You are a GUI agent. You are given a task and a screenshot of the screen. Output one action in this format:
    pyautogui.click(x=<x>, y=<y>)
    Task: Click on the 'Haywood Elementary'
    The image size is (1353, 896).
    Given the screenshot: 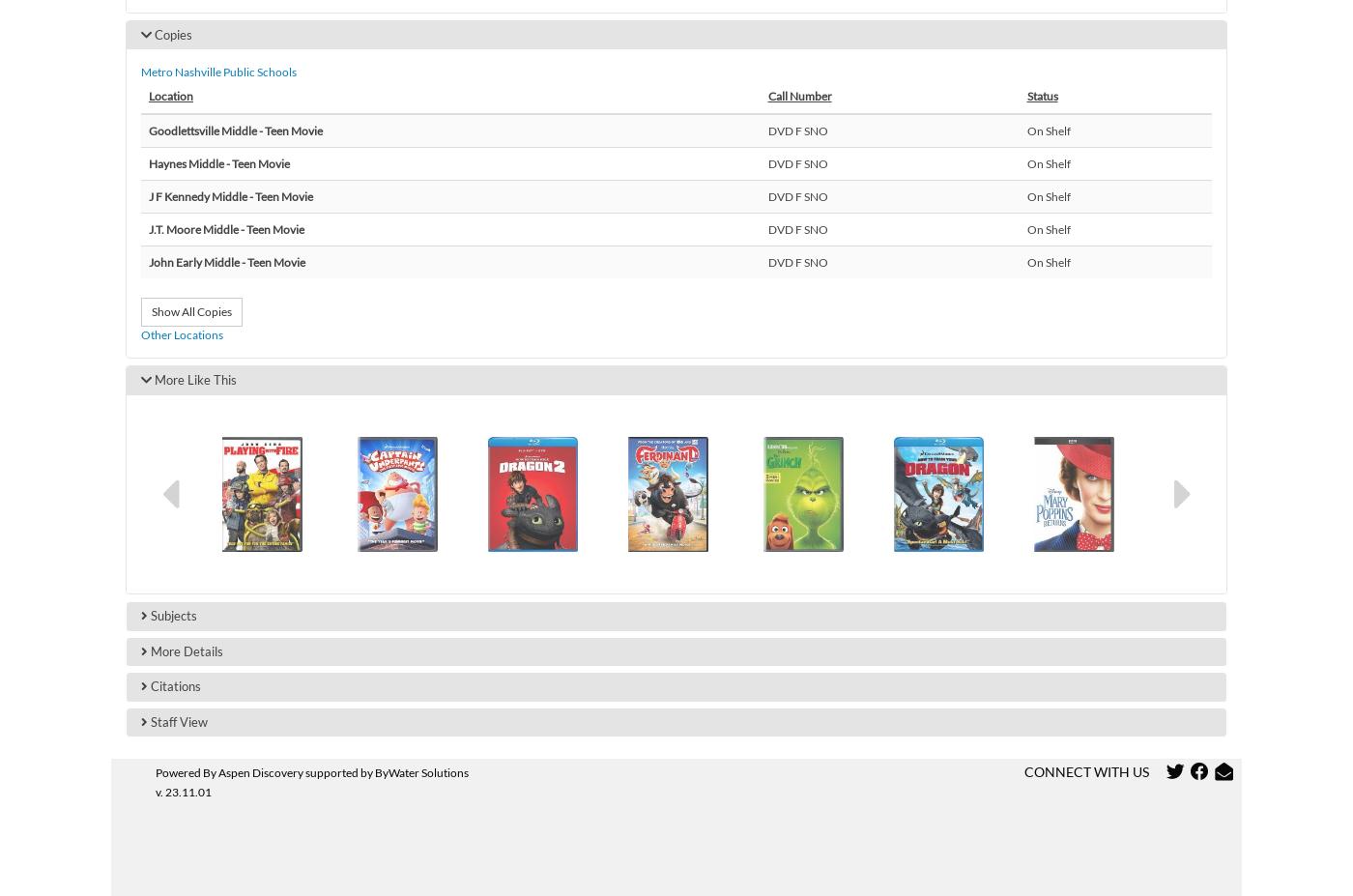 What is the action you would take?
    pyautogui.click(x=263, y=457)
    